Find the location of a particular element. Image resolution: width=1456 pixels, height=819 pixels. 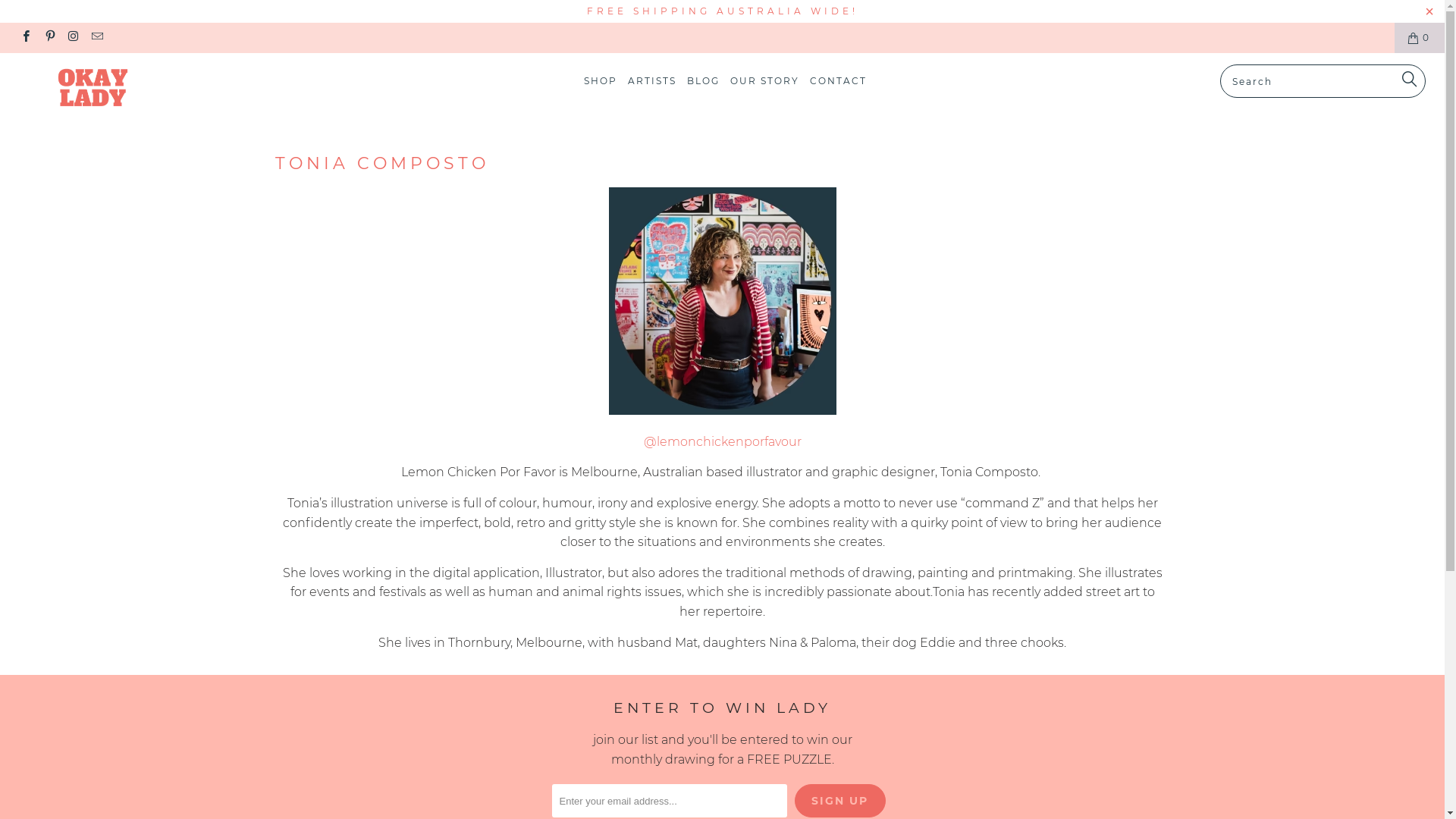

'Sign Up' is located at coordinates (839, 800).